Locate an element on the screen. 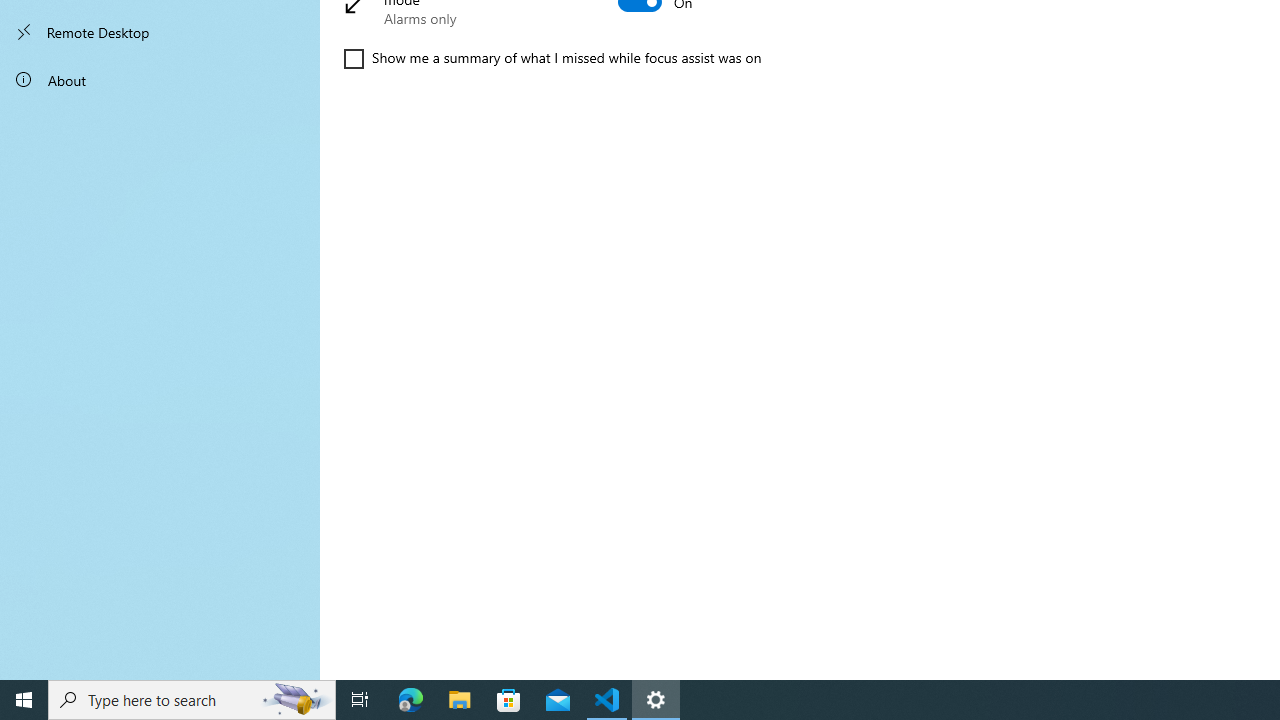  'Start' is located at coordinates (24, 698).